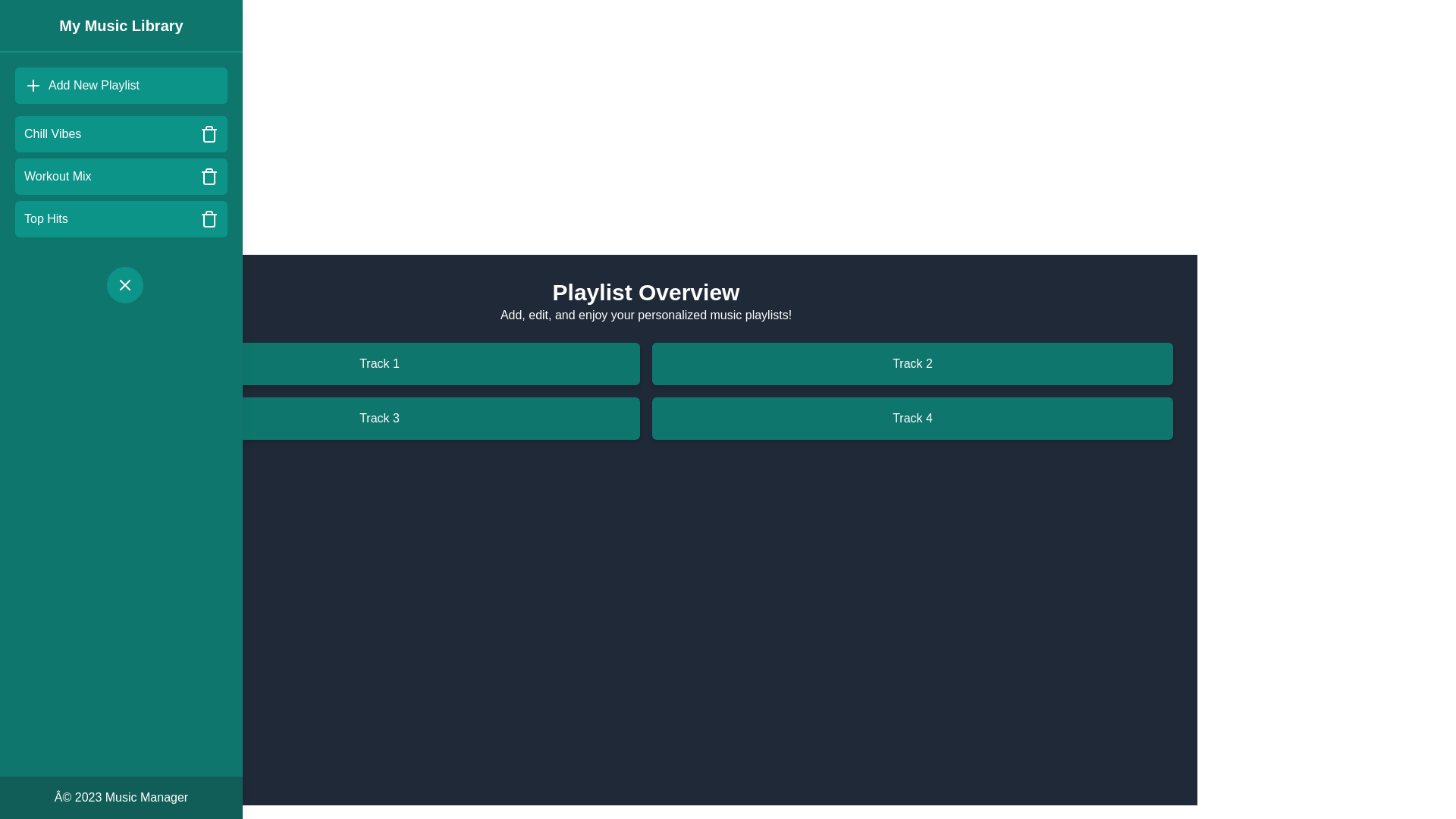  I want to click on the teal rectangular button labeled 'Add New Playlist' with rounded corners, located at the top of the vertical list in the left sidebar, so click(120, 85).